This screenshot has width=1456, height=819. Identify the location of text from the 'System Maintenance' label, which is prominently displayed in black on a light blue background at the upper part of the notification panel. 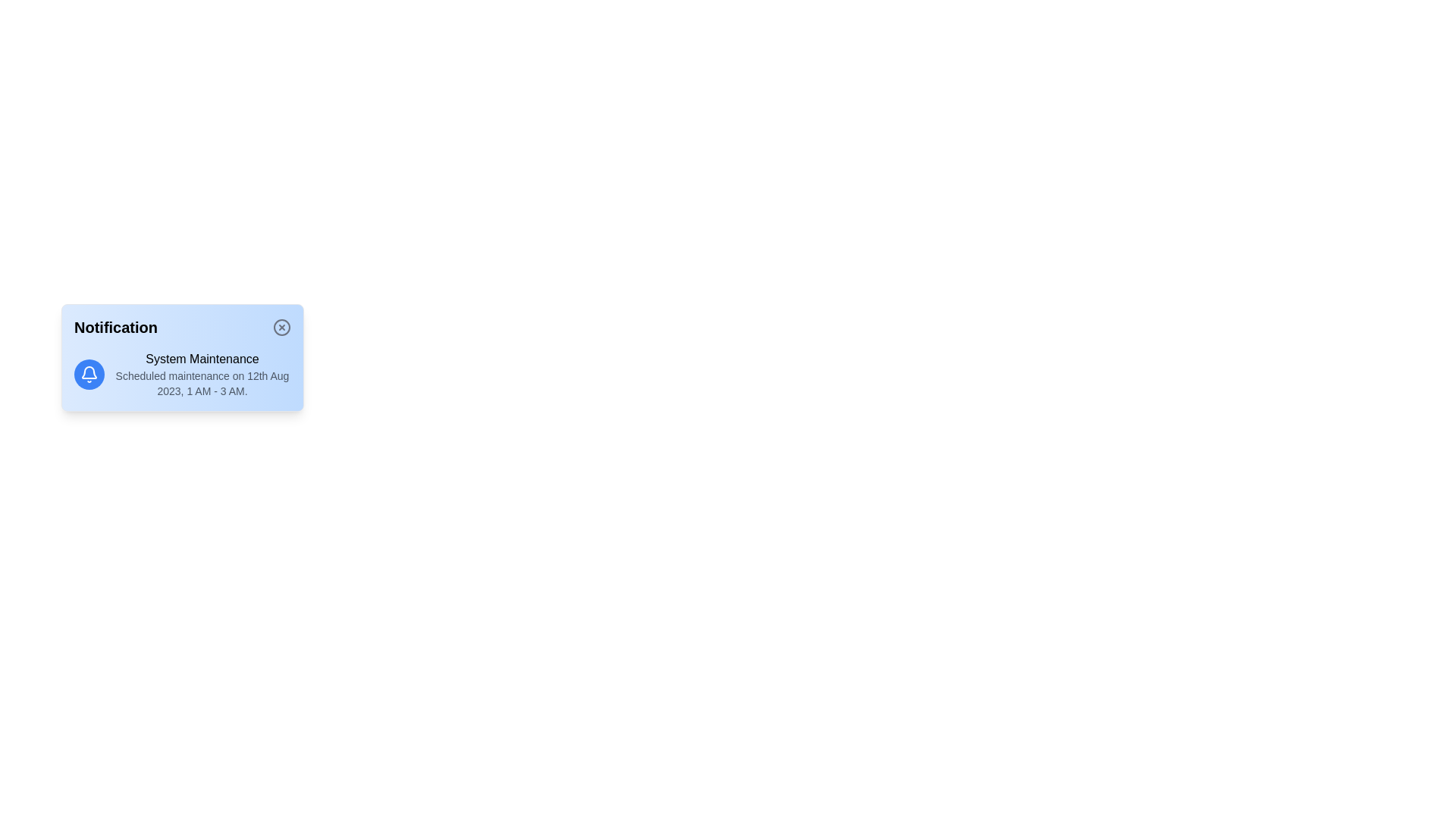
(202, 359).